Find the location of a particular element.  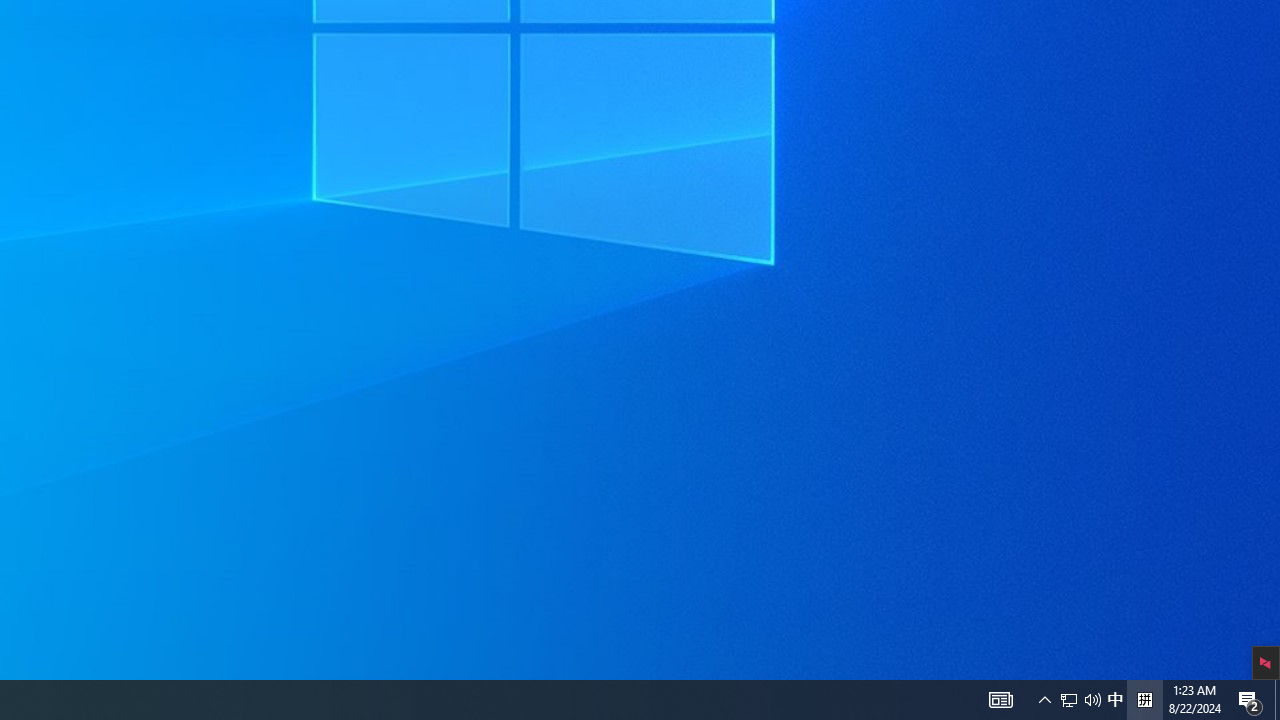

'Q2790: 100%' is located at coordinates (1114, 698).